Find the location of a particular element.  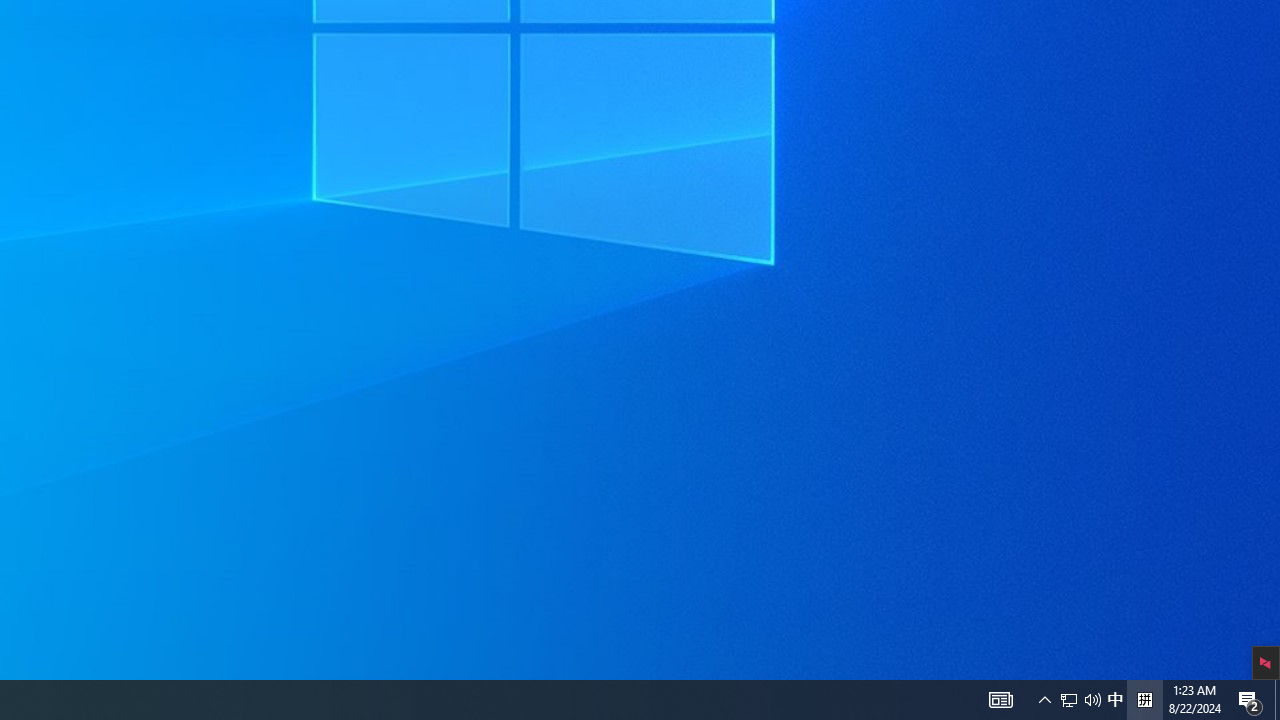

'Q2790: 100%' is located at coordinates (1114, 698).